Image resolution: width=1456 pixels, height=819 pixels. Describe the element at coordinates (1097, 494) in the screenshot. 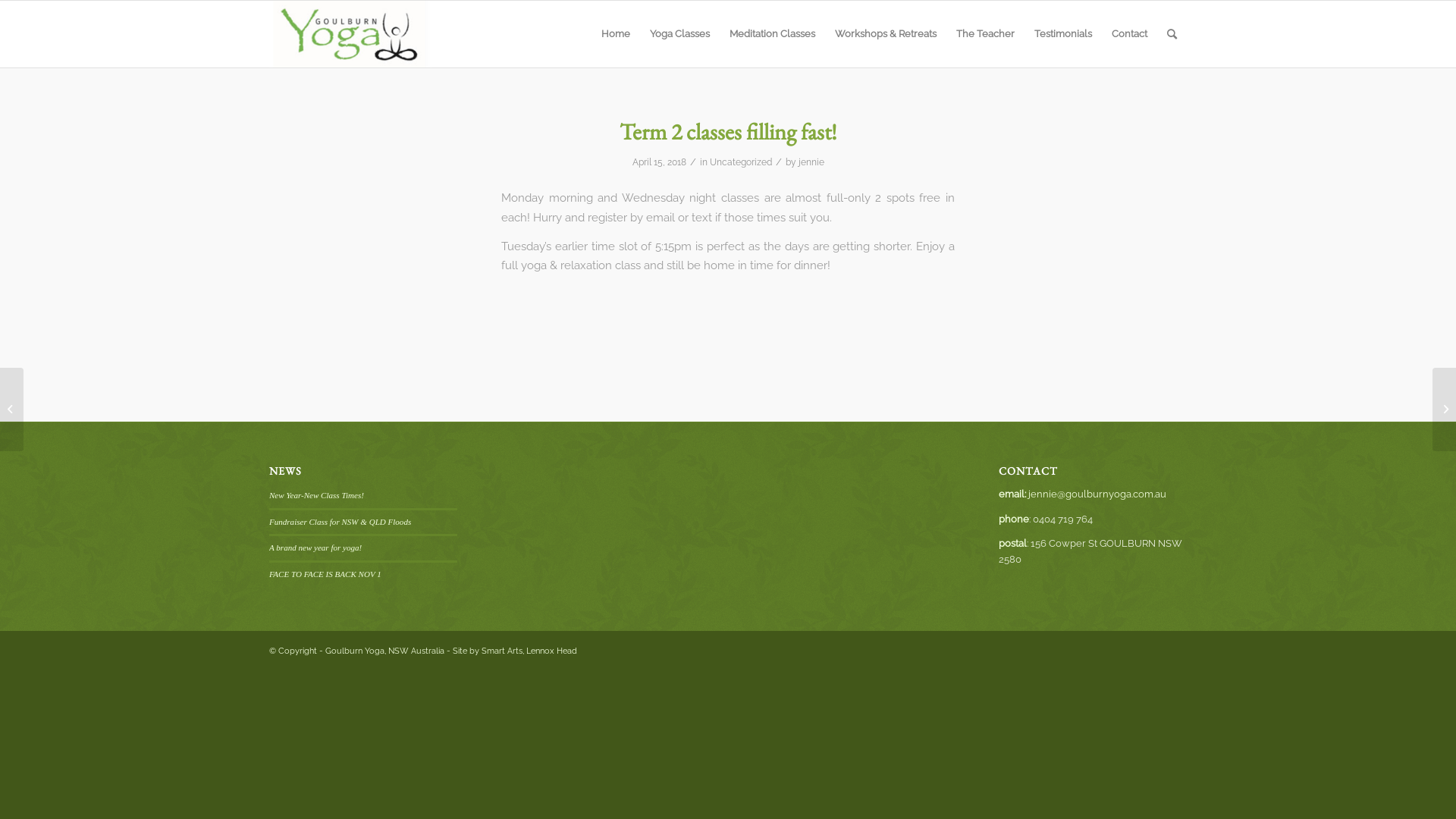

I see `'jennie@goulburnyoga.com.au'` at that location.